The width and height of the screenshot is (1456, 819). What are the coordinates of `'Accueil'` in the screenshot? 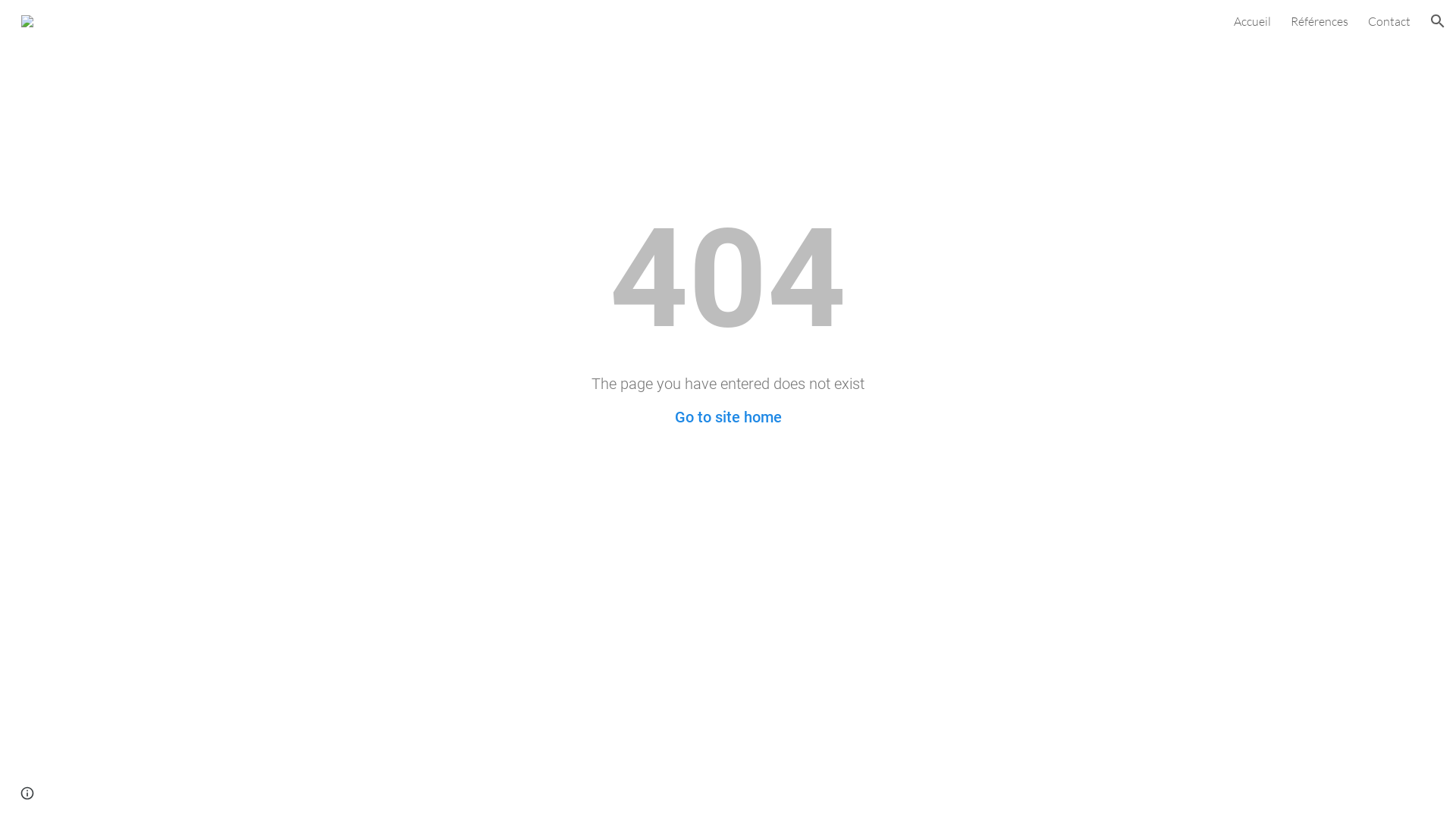 It's located at (1252, 20).